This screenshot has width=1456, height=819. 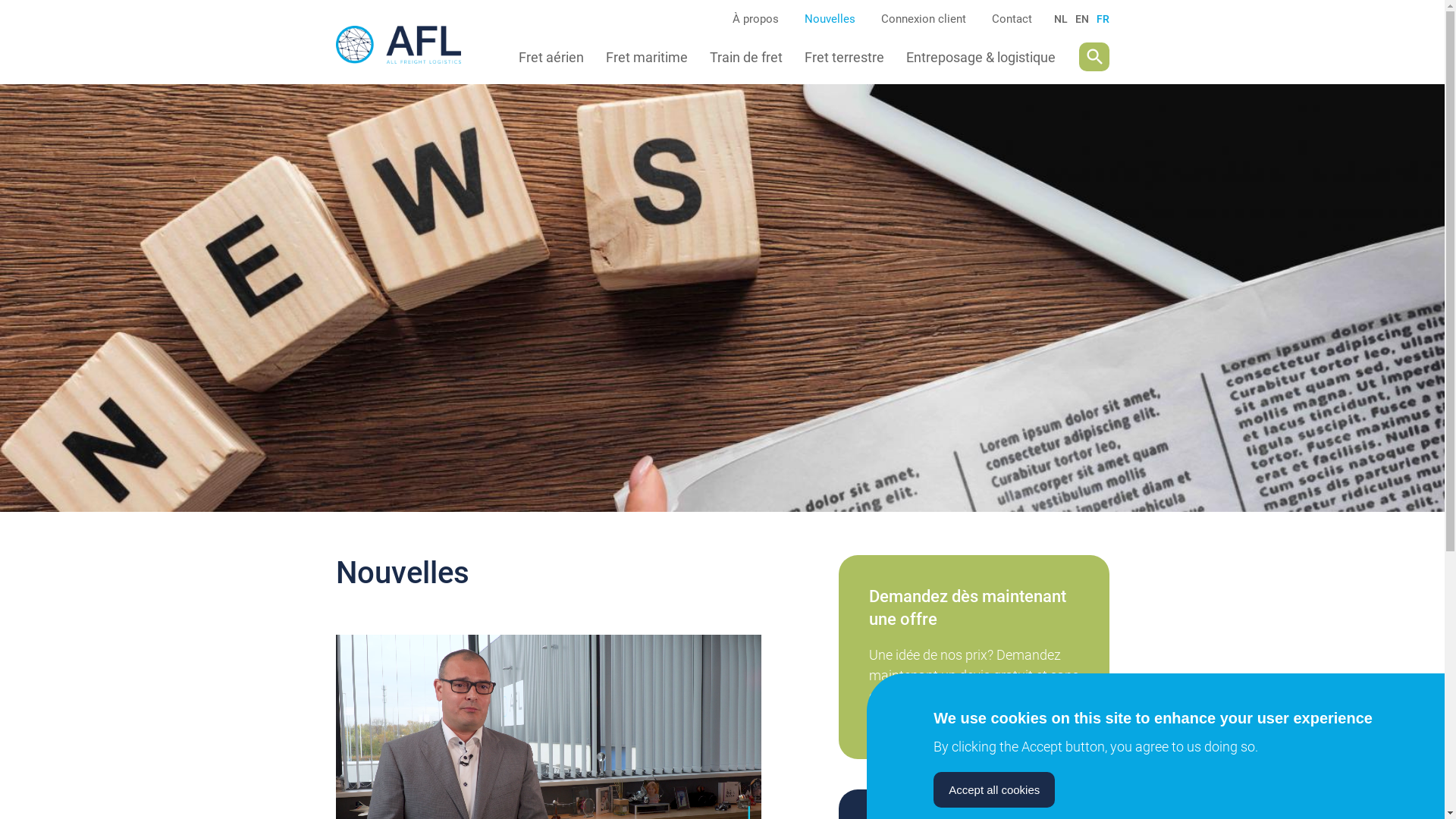 I want to click on 'Accept all cookies', so click(x=993, y=789).